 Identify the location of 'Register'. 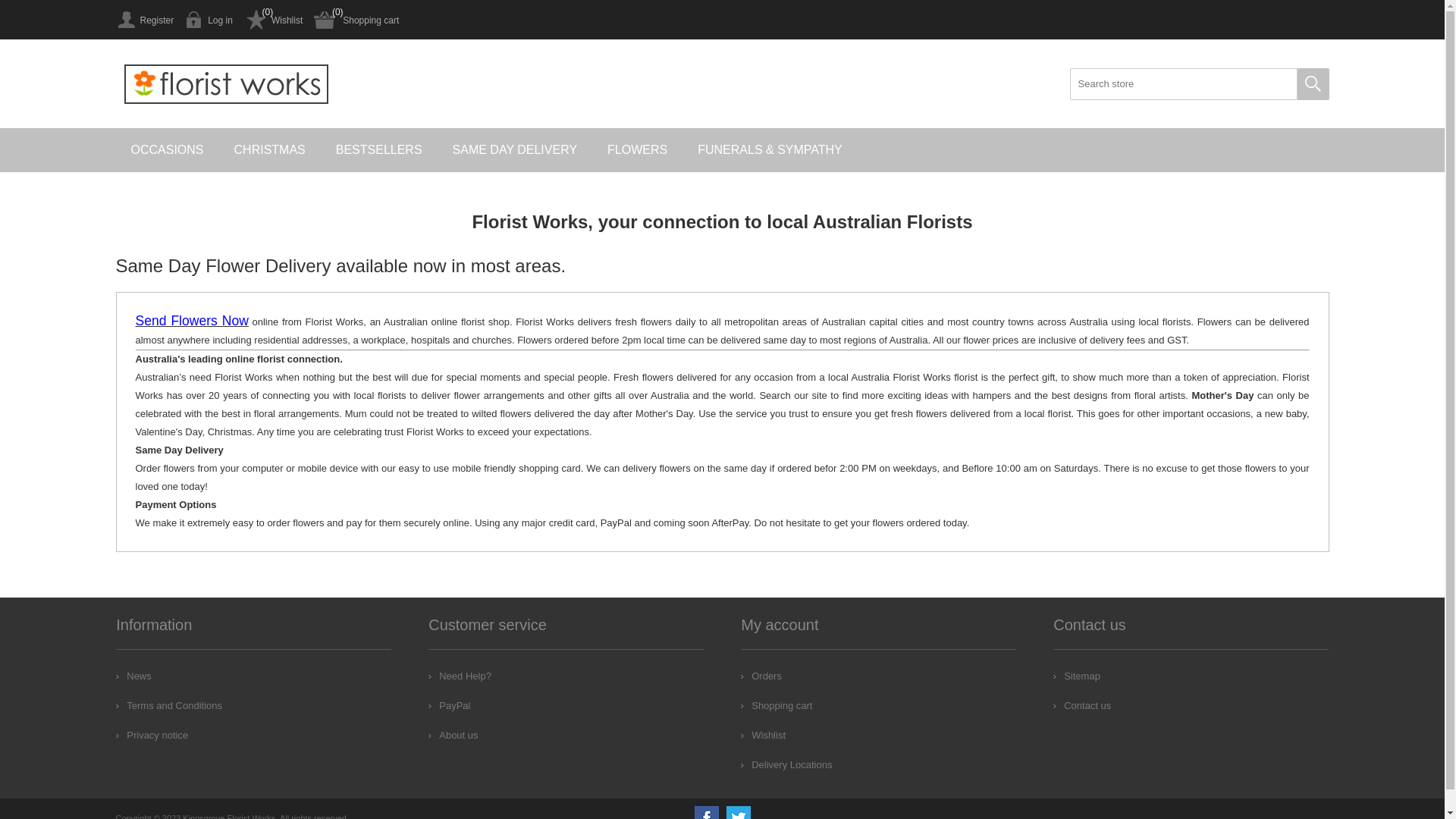
(144, 20).